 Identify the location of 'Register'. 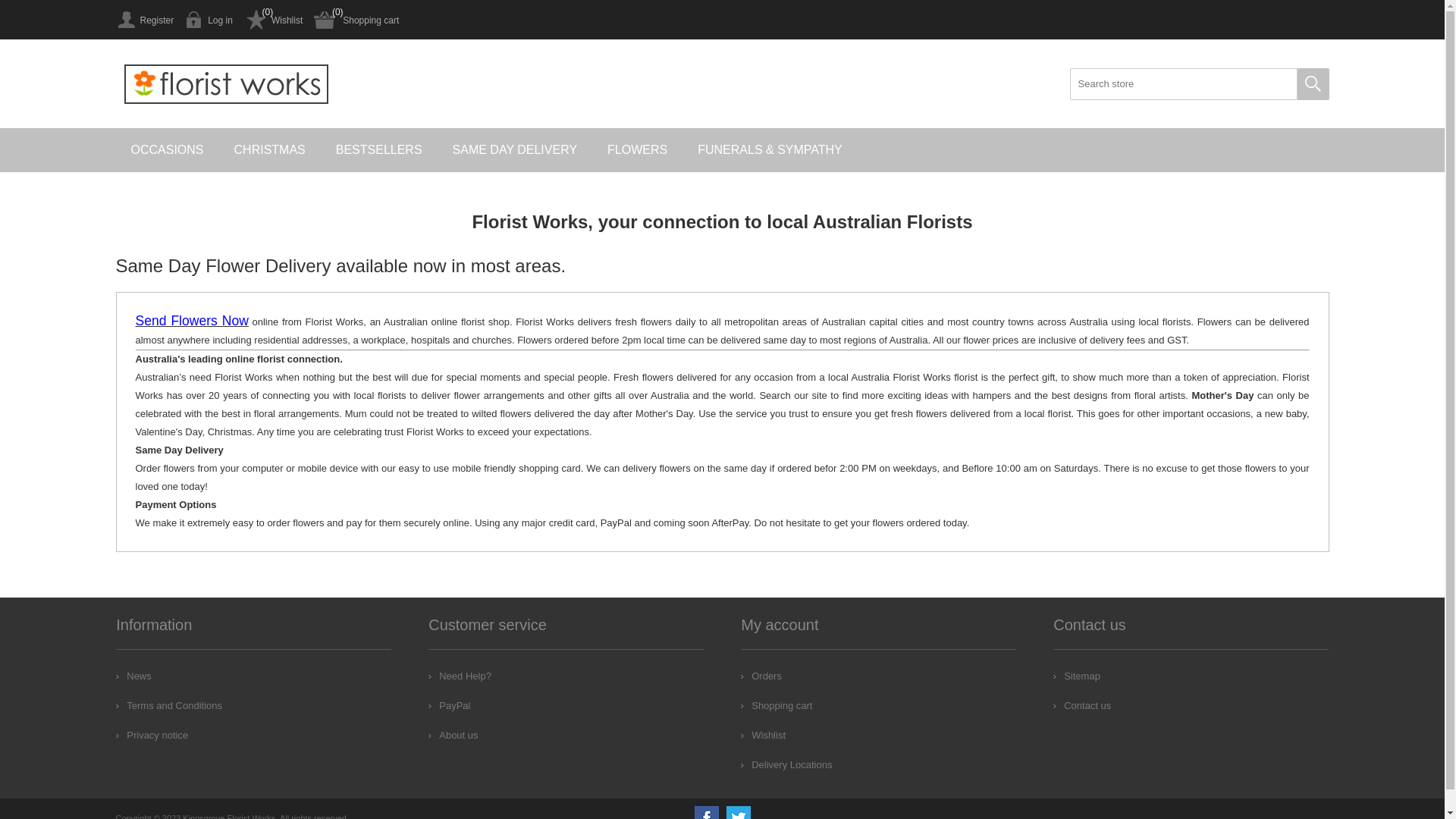
(144, 20).